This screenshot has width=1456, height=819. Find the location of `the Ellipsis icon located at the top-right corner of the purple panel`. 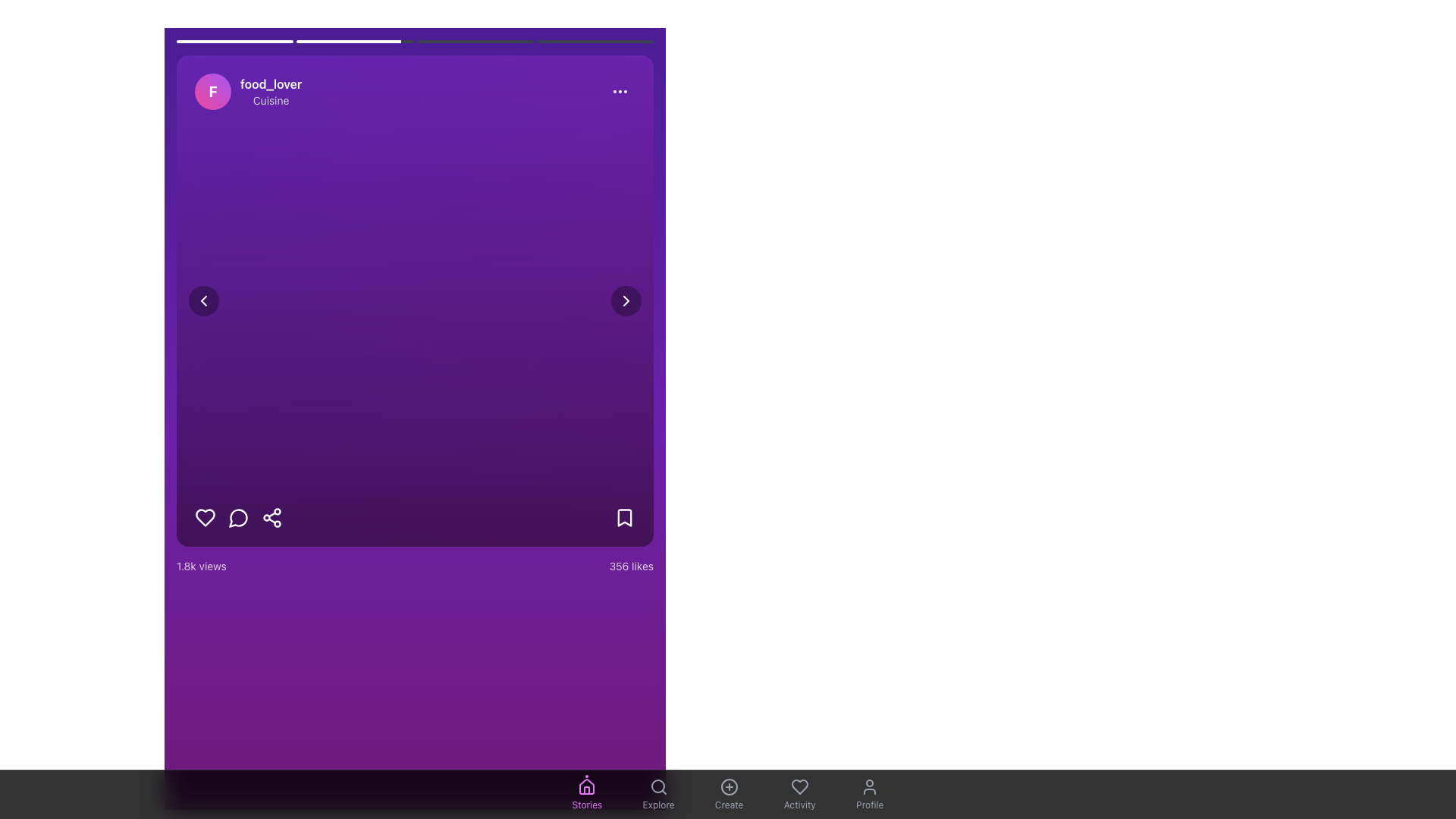

the Ellipsis icon located at the top-right corner of the purple panel is located at coordinates (620, 91).